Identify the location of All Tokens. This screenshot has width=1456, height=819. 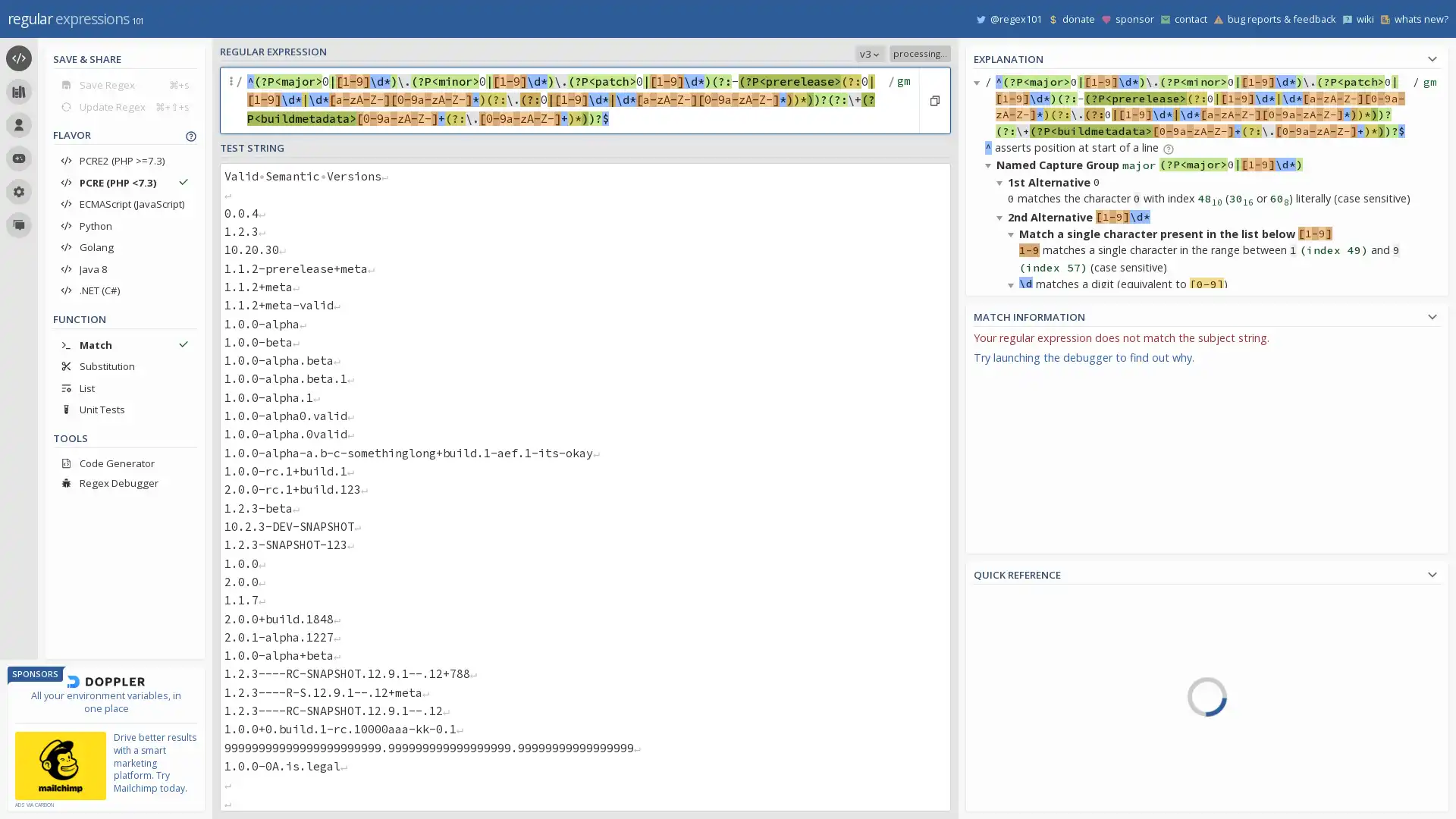
(1044, 629).